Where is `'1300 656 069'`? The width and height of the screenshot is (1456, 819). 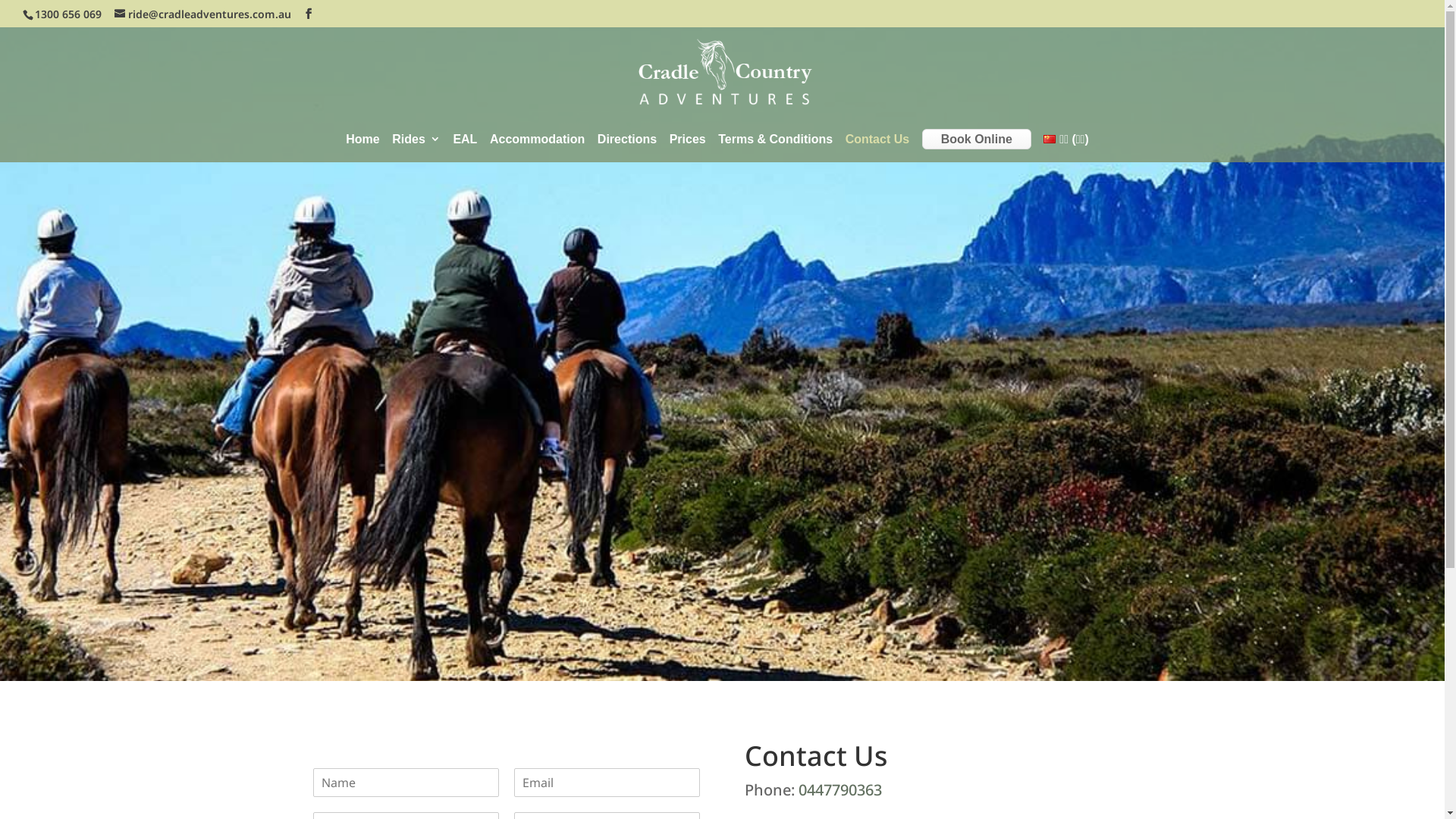
'1300 656 069' is located at coordinates (35, 13).